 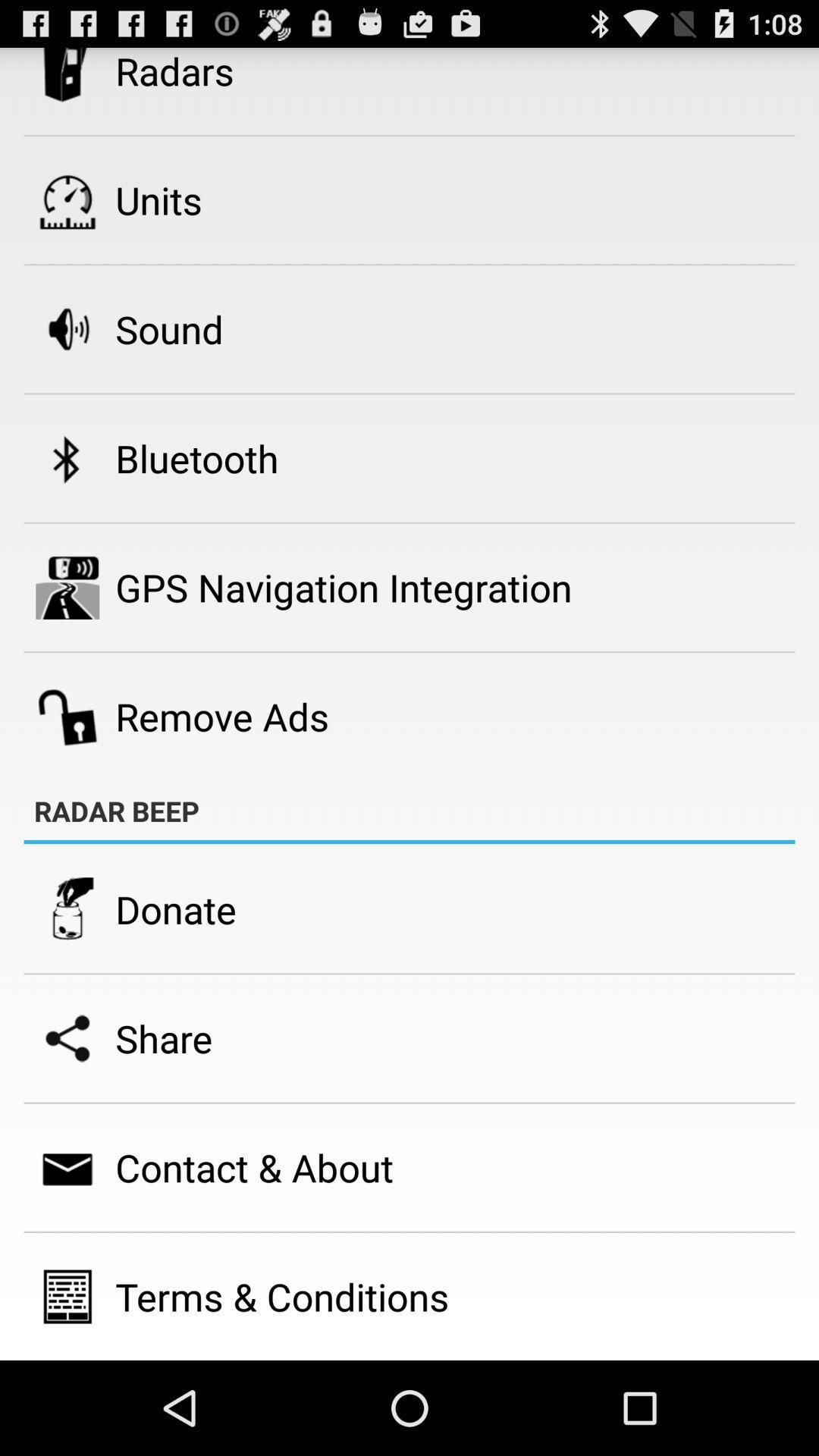 What do you see at coordinates (116, 810) in the screenshot?
I see `the radar beep icon` at bounding box center [116, 810].